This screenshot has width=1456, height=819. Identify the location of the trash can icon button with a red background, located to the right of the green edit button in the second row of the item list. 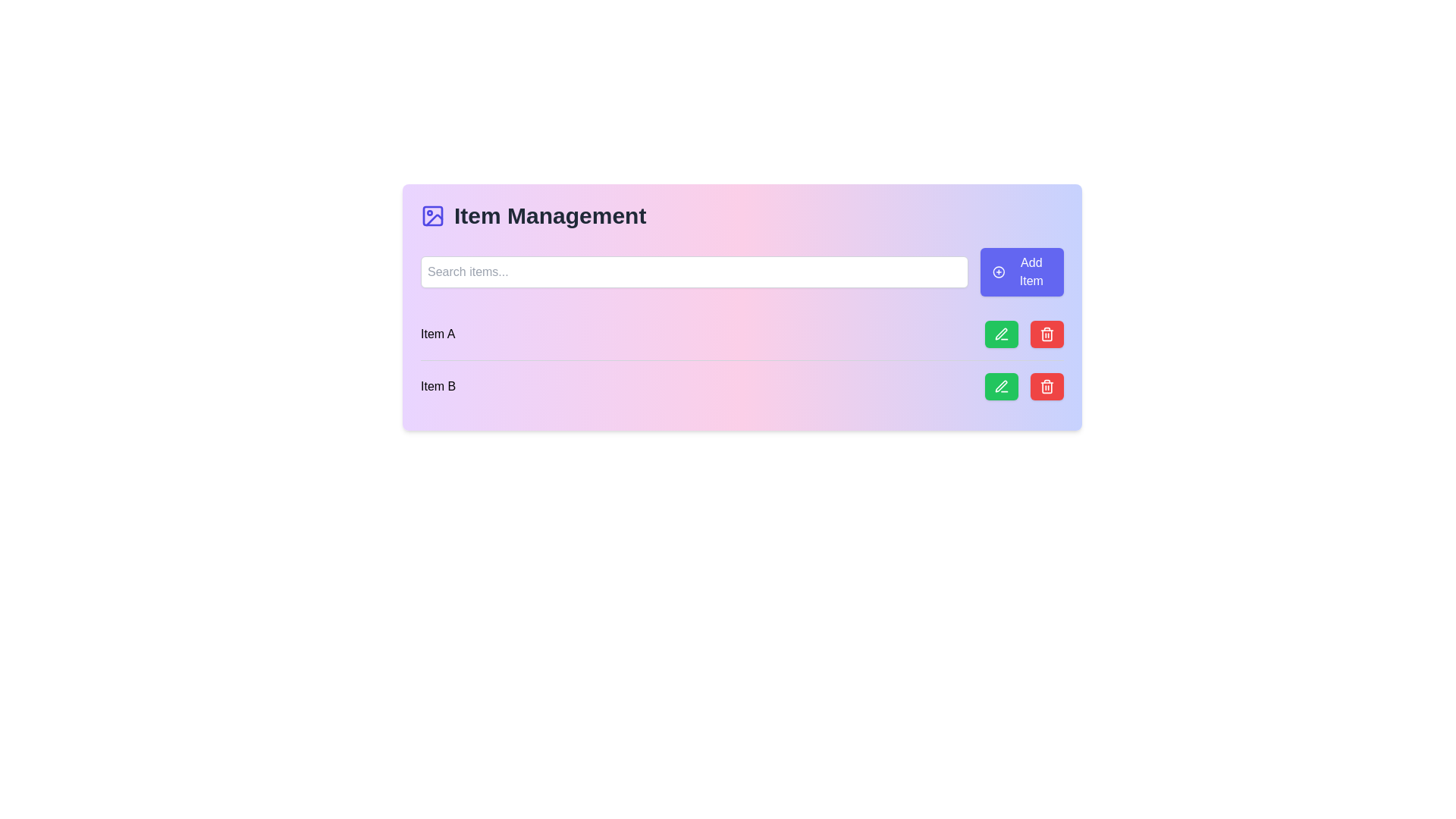
(1046, 385).